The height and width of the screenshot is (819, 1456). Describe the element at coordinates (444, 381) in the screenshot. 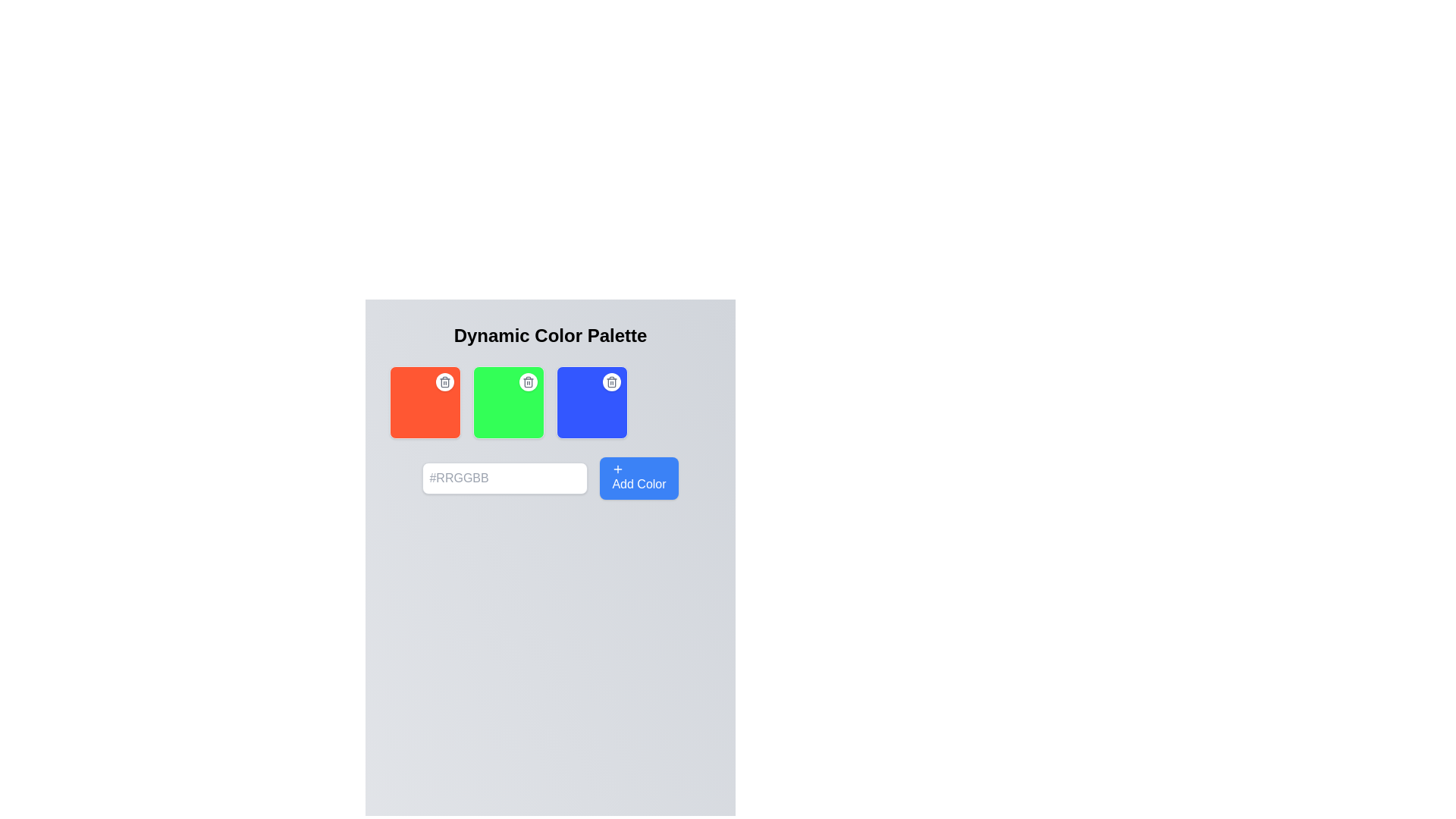

I see `the round delete button with a trash can icon located in the top-right corner of the red section` at that location.